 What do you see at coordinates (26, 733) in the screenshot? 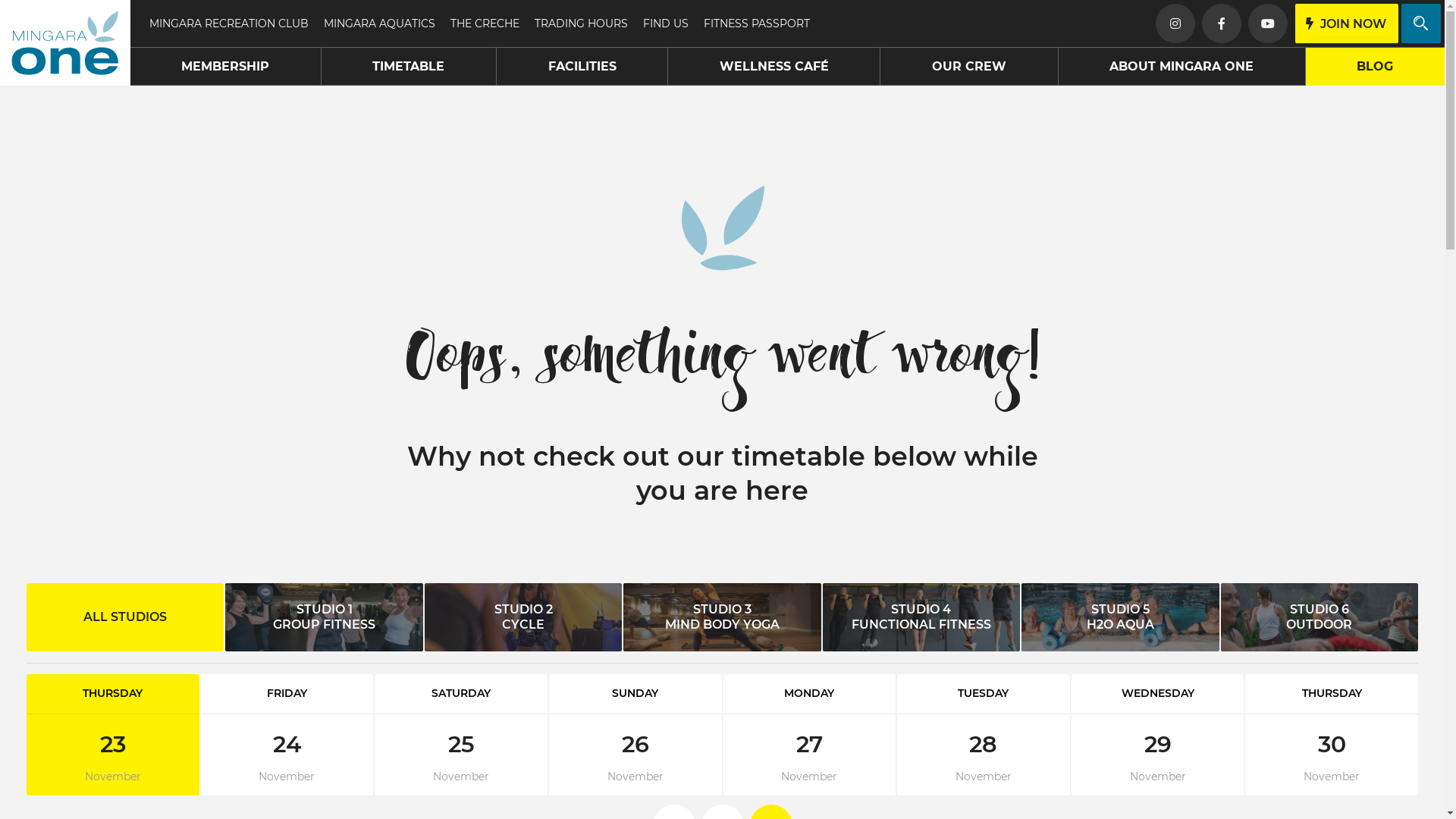
I see `'THURSDAY` at bounding box center [26, 733].